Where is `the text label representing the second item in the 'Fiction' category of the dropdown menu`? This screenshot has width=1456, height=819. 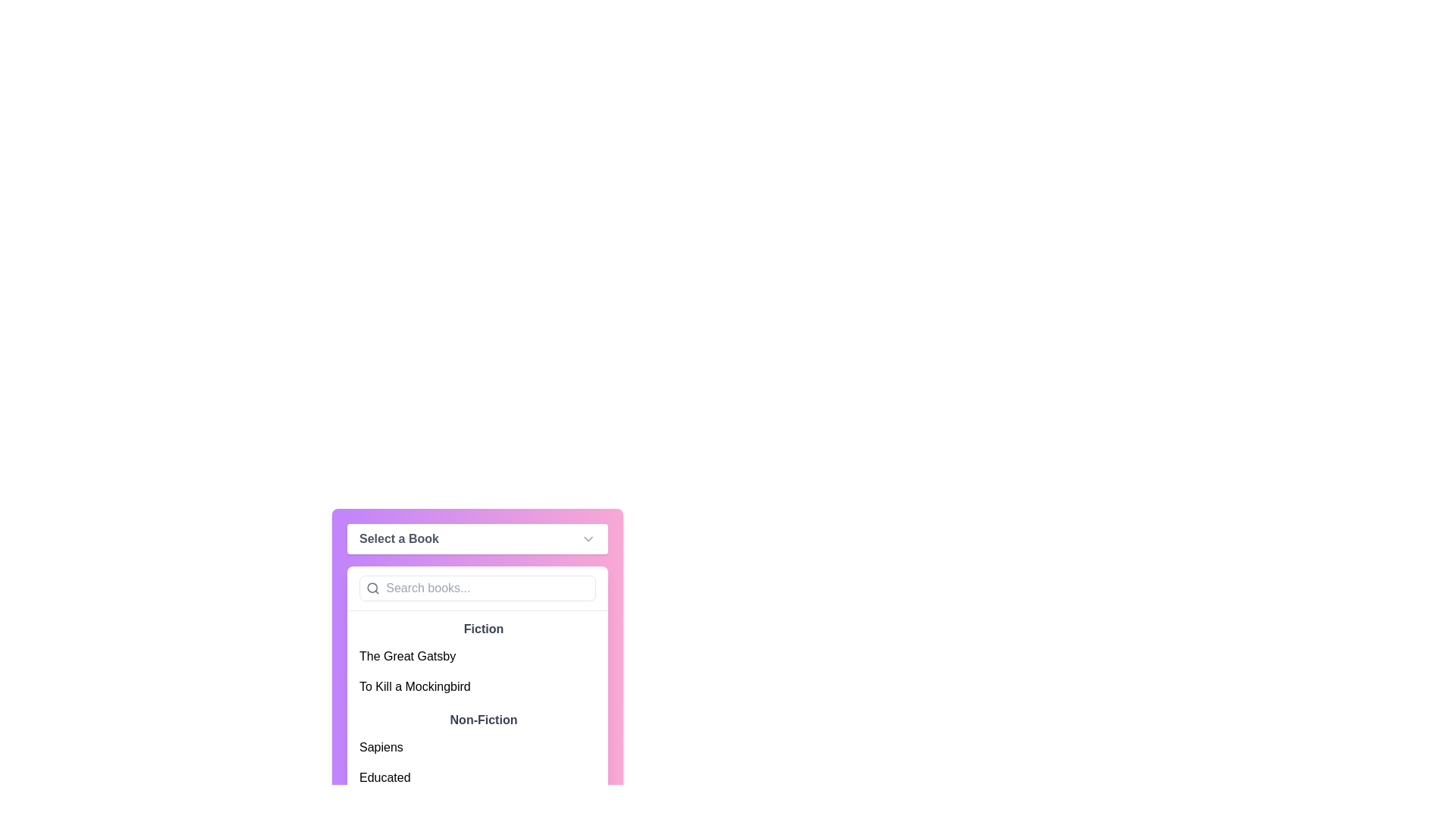
the text label representing the second item in the 'Fiction' category of the dropdown menu is located at coordinates (415, 687).